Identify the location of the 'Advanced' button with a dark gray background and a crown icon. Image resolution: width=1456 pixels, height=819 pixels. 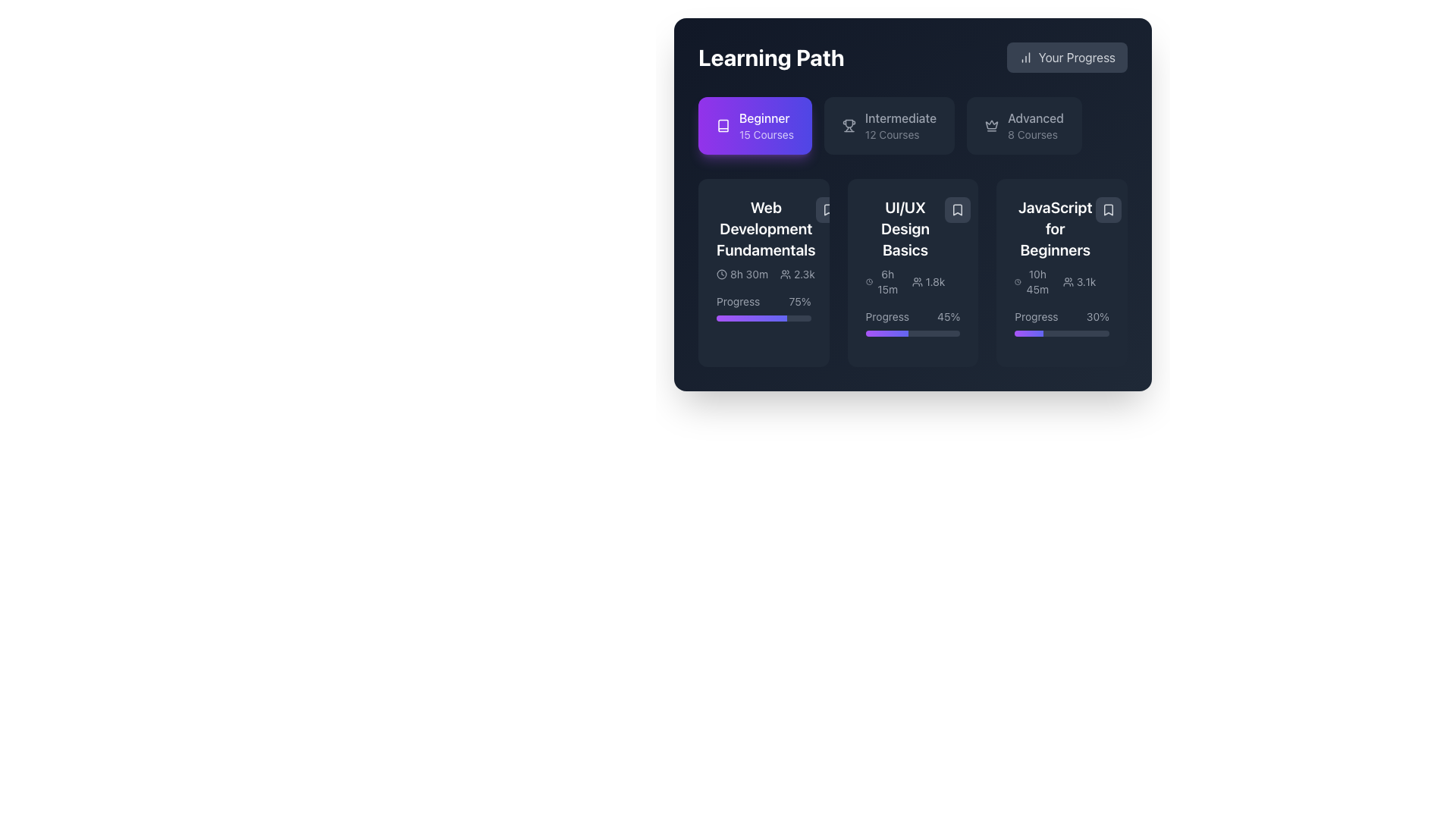
(1025, 124).